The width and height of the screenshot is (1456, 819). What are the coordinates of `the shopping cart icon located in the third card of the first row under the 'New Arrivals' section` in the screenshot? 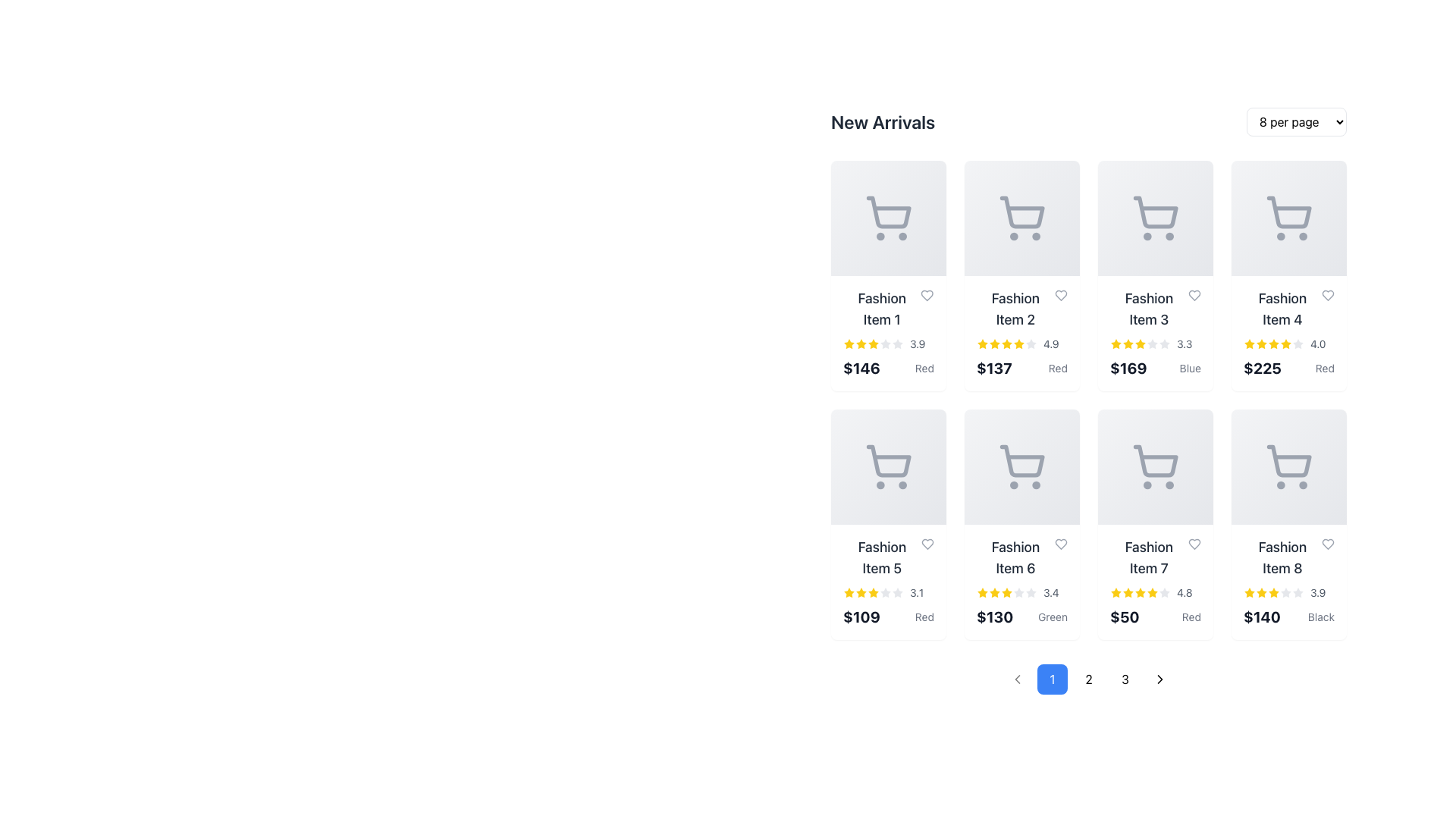 It's located at (1154, 218).